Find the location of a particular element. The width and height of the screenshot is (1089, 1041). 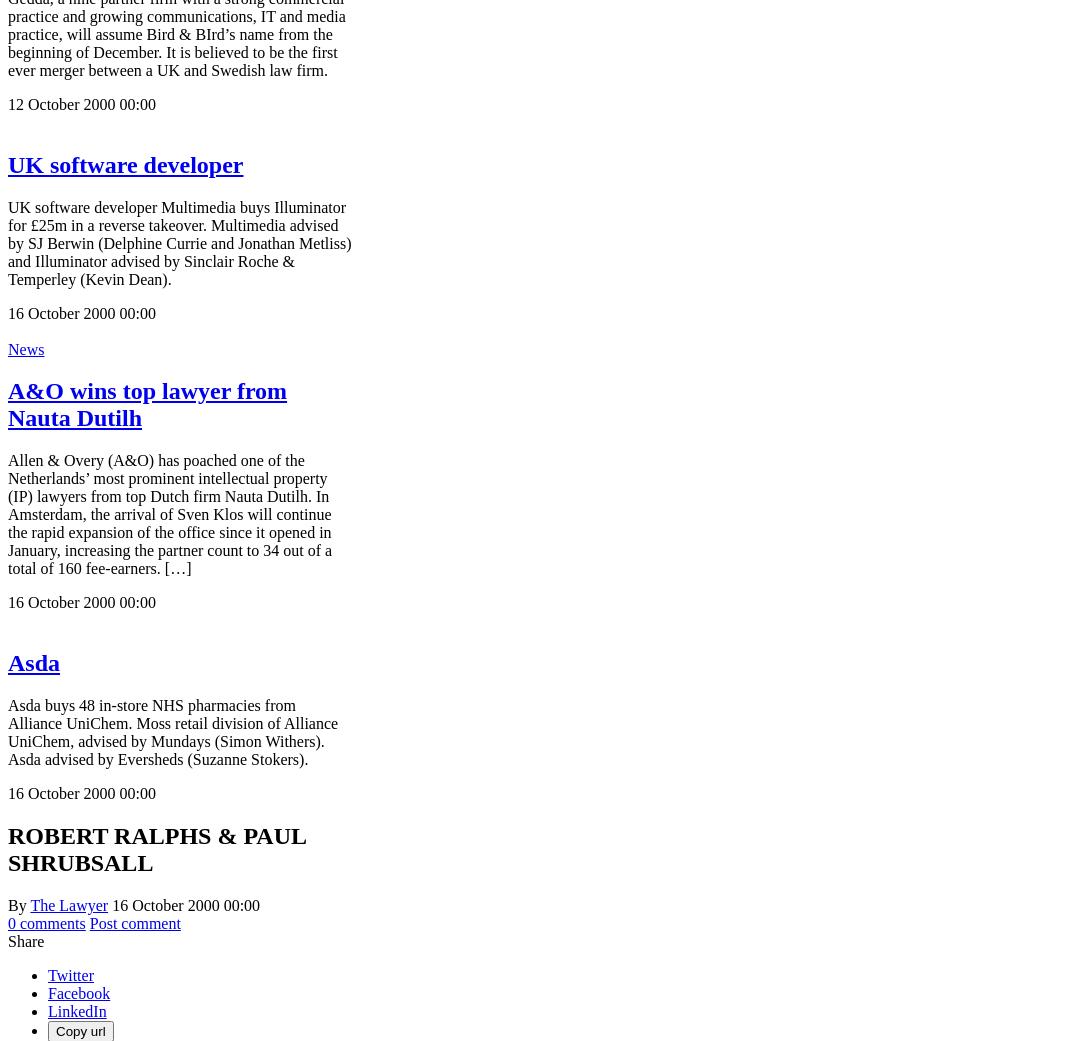

'UK software developer Multimedia buys Illuminator for £25m in a reverse takeover. Multimedia advised by SJ Berwin (Delphine Currie and Jonathan Metliss) and Illuminator advised by Sinclair Roche & Temperley (Kevin Dean).' is located at coordinates (179, 241).